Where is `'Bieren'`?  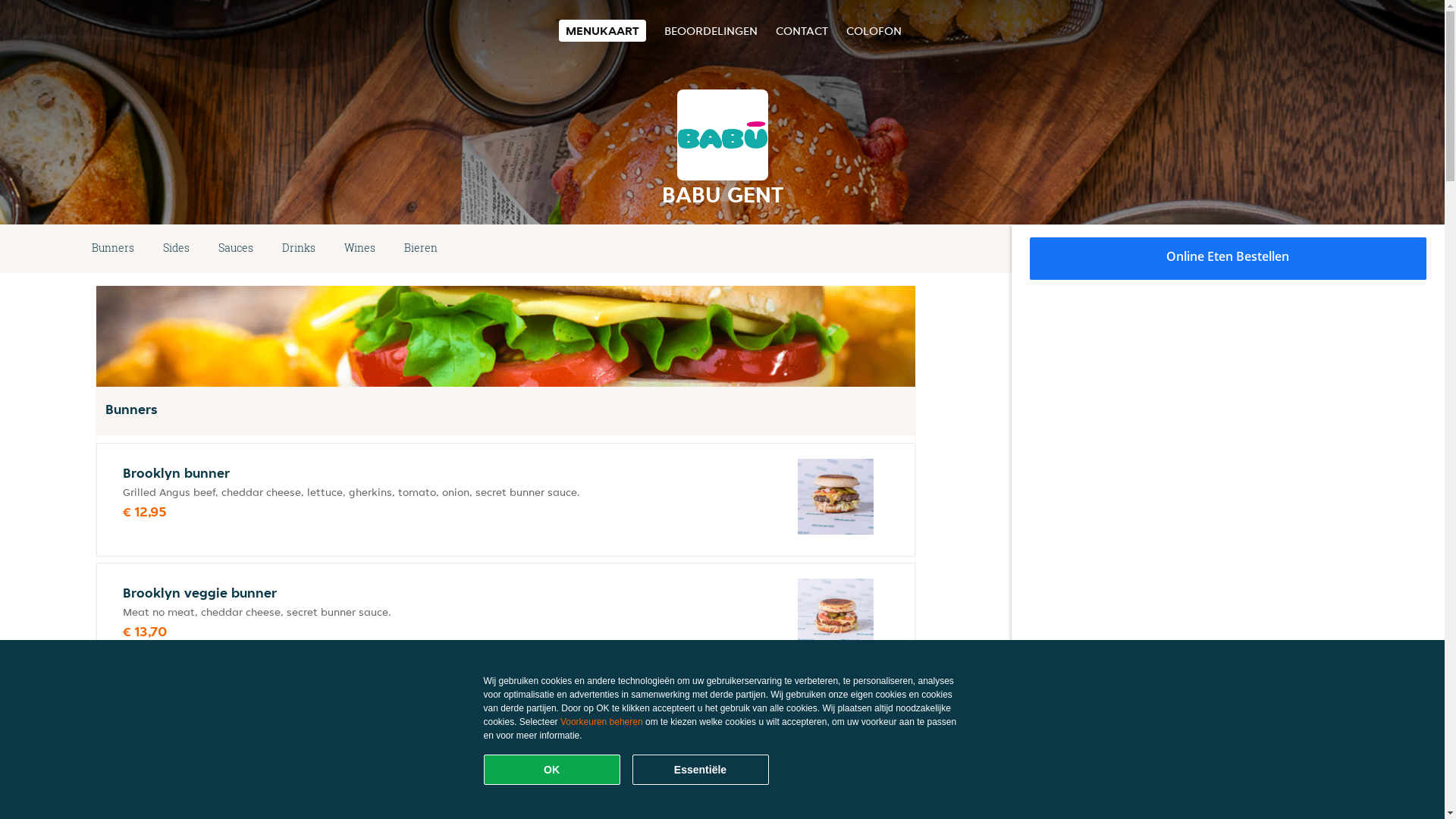
'Bieren' is located at coordinates (389, 247).